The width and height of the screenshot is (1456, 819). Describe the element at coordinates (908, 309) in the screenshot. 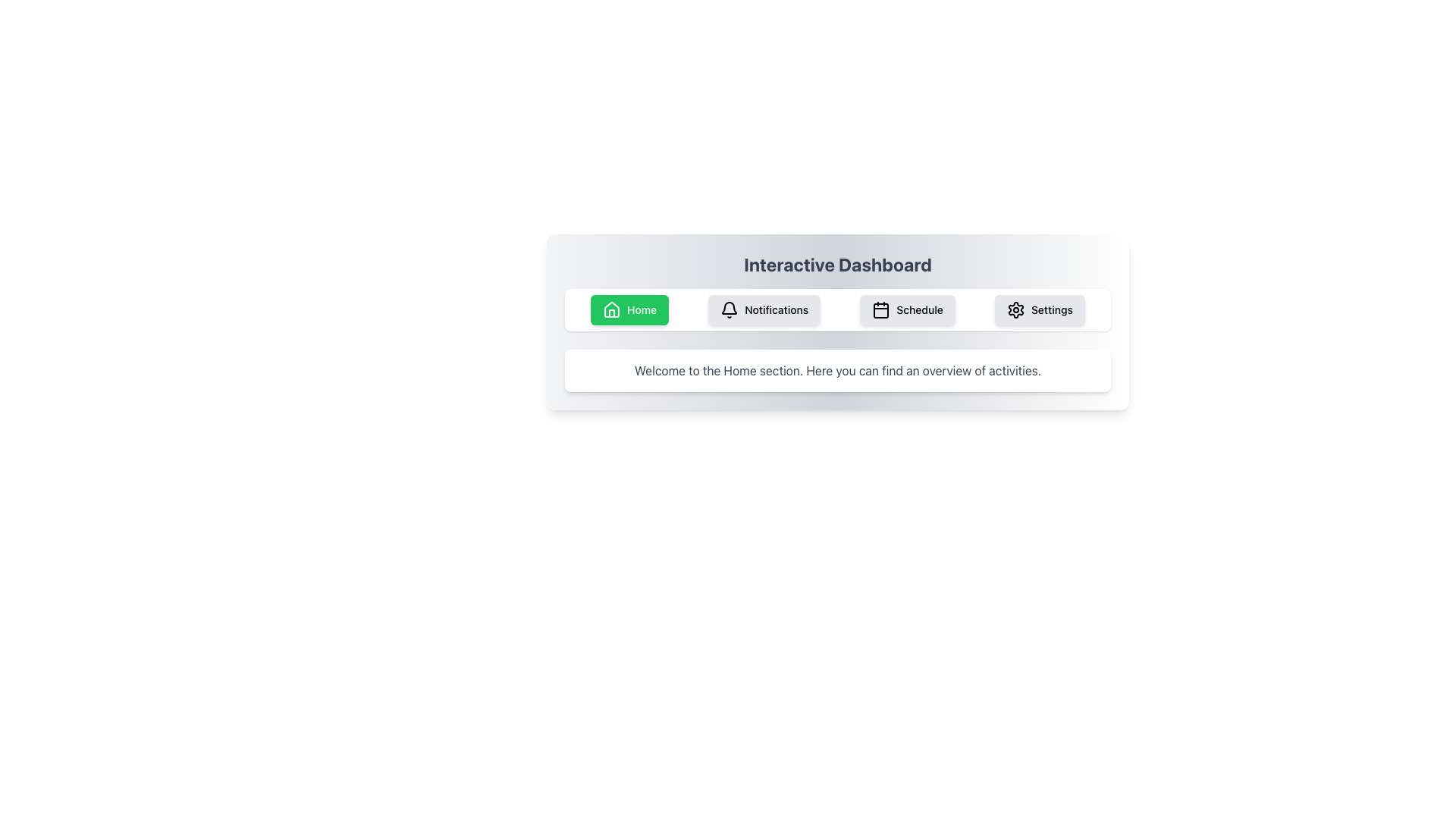

I see `the 'Schedule' button which is the third button in the horizontal navigation bar, featuring a calendar icon and text, to change its appearance` at that location.